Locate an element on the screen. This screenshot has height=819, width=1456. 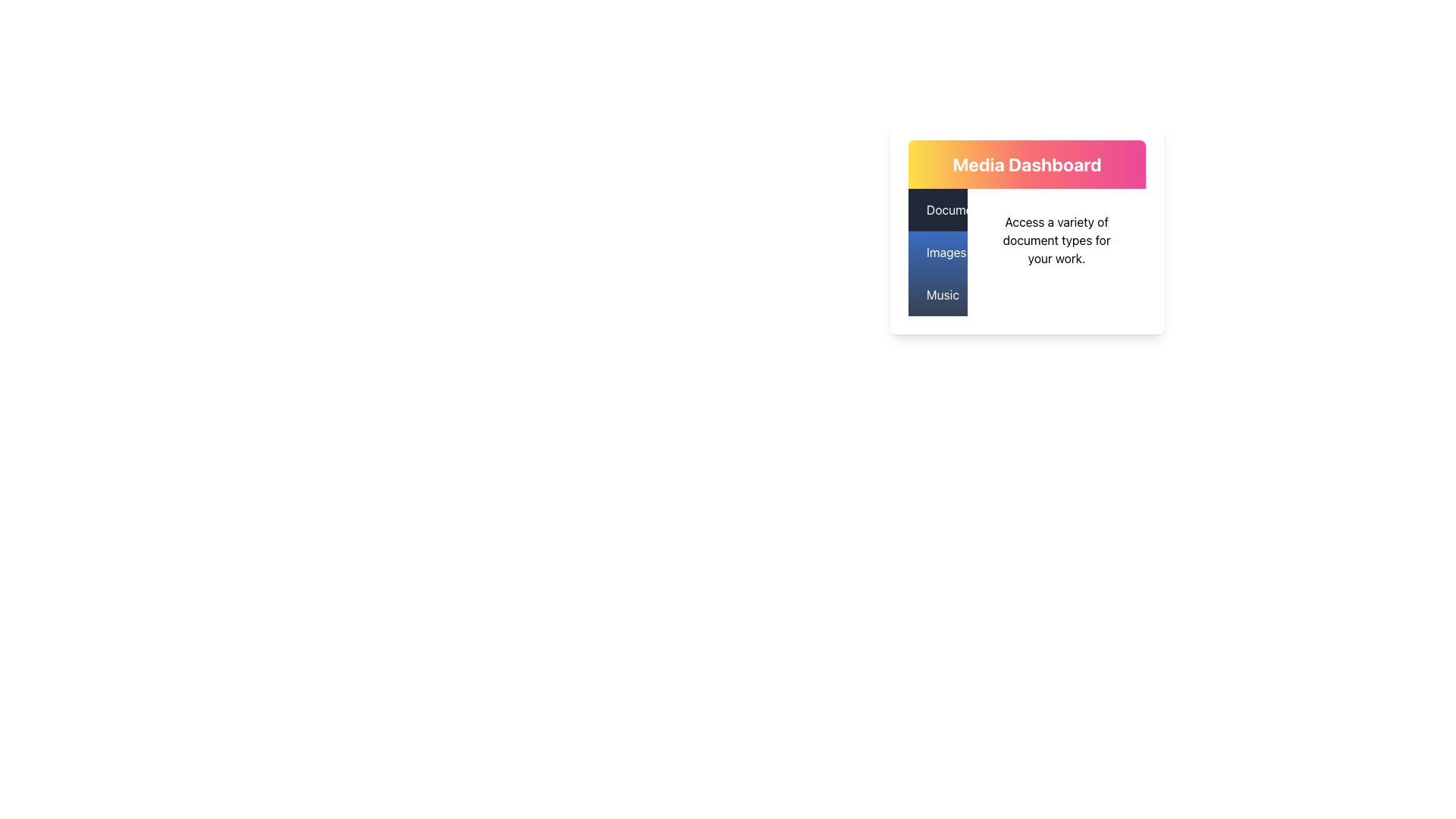
the 'Images' menu item, which is the second option in a vertical navigation bar styled with a white font on a gradient blue background, to trigger a visual hover state is located at coordinates (937, 251).